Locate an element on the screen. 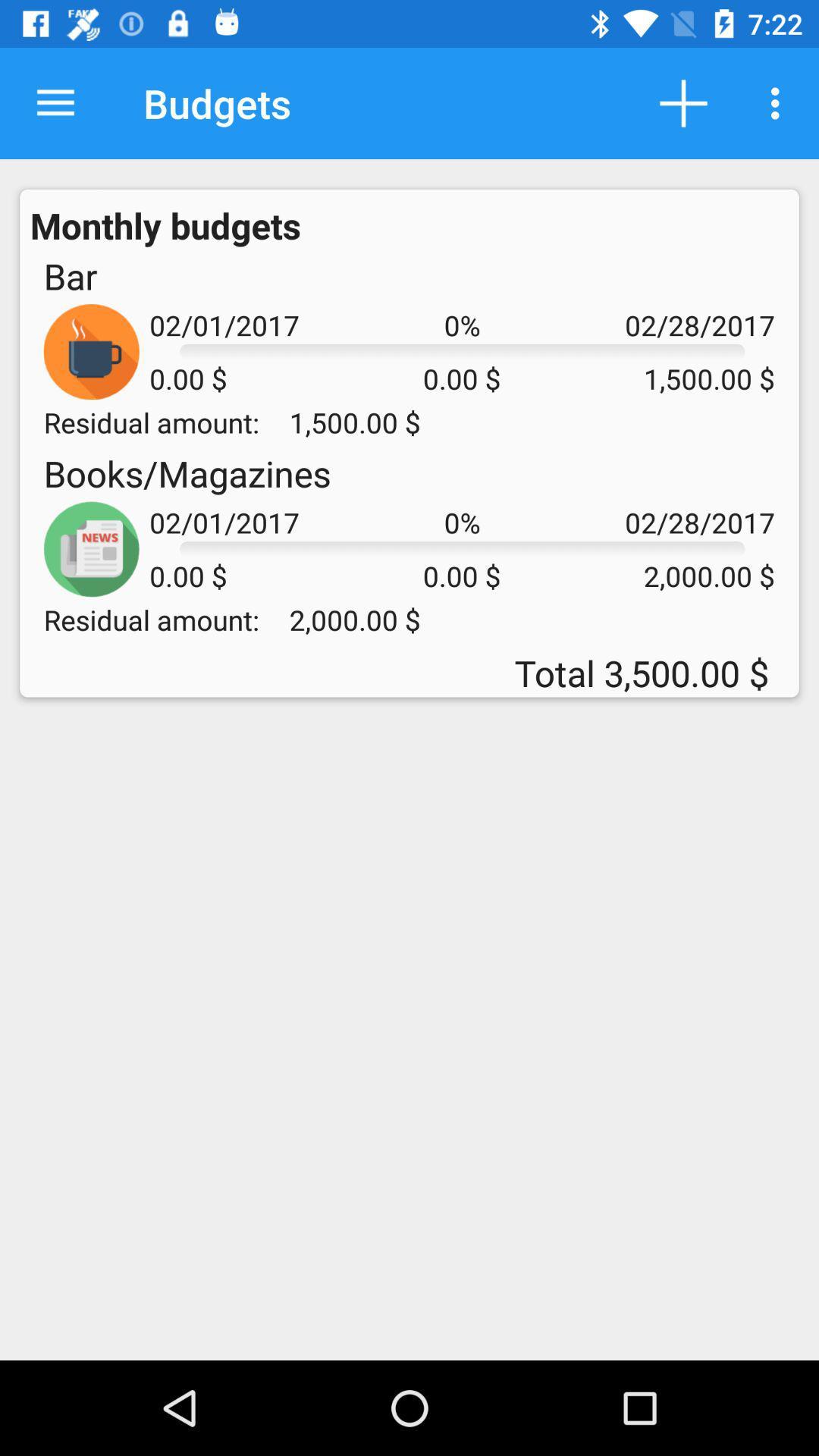 The image size is (819, 1456). item next to the budgets is located at coordinates (55, 102).